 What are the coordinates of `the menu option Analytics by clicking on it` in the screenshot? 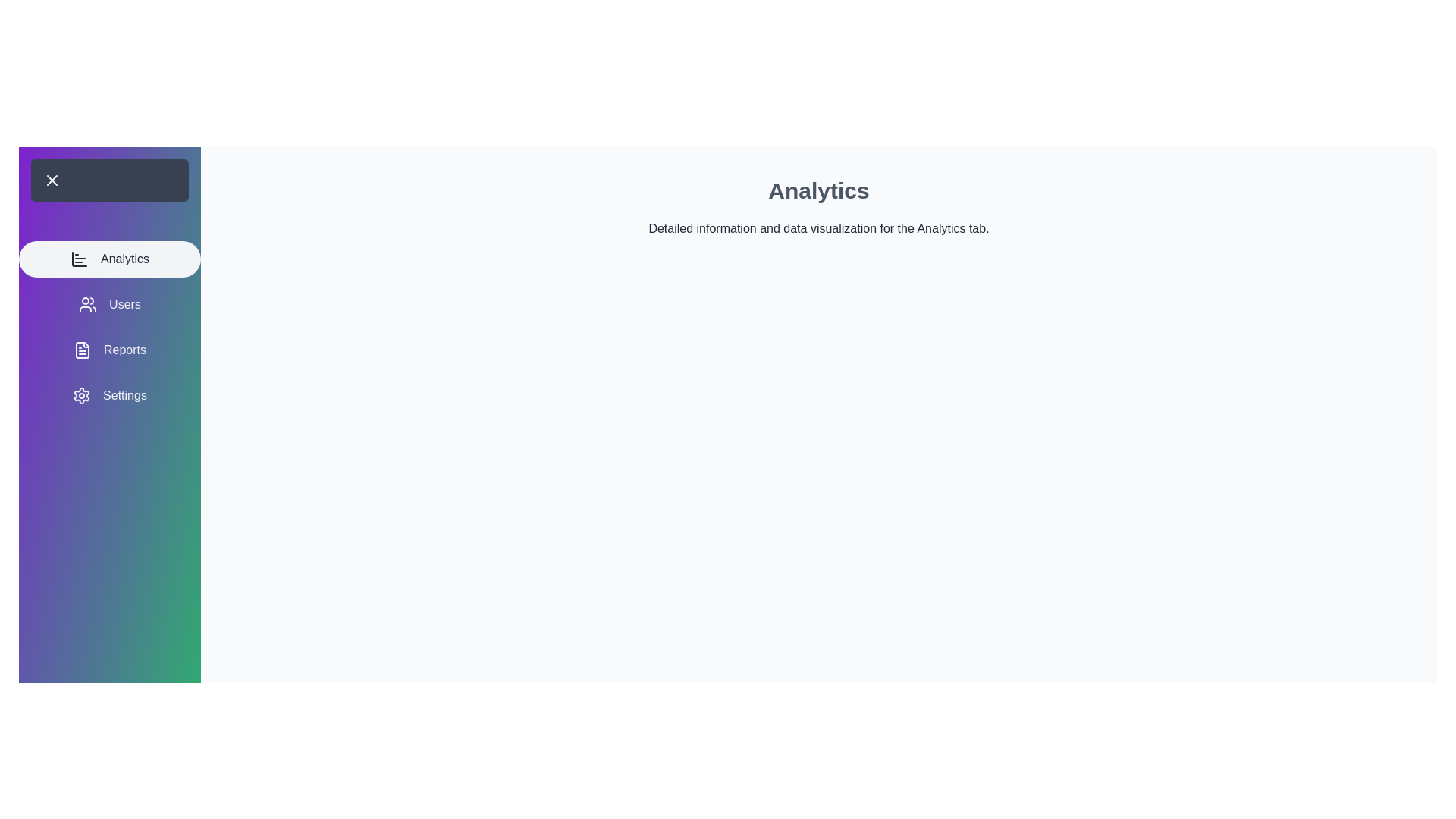 It's located at (108, 259).